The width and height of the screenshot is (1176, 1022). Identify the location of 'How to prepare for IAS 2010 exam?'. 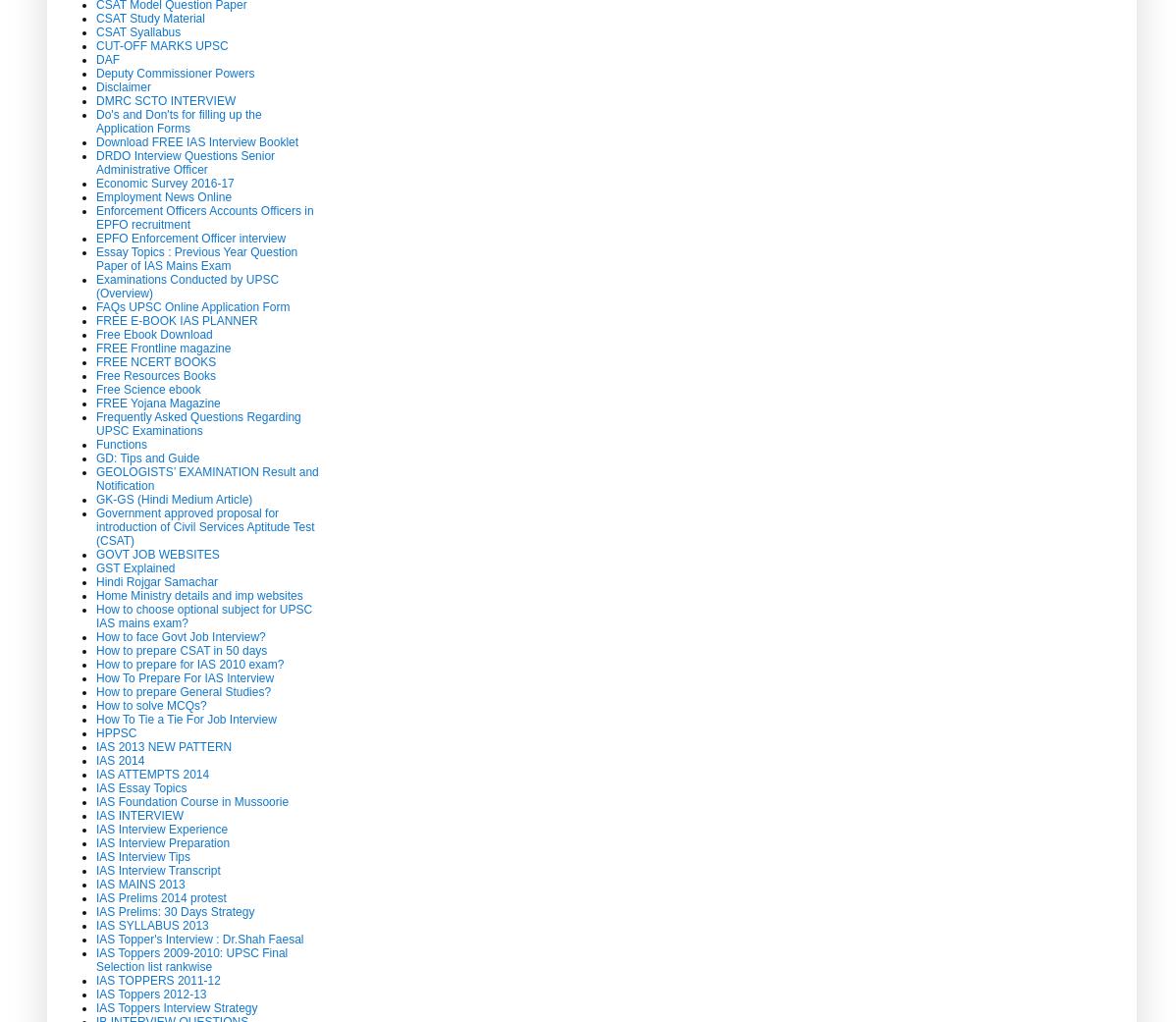
(188, 663).